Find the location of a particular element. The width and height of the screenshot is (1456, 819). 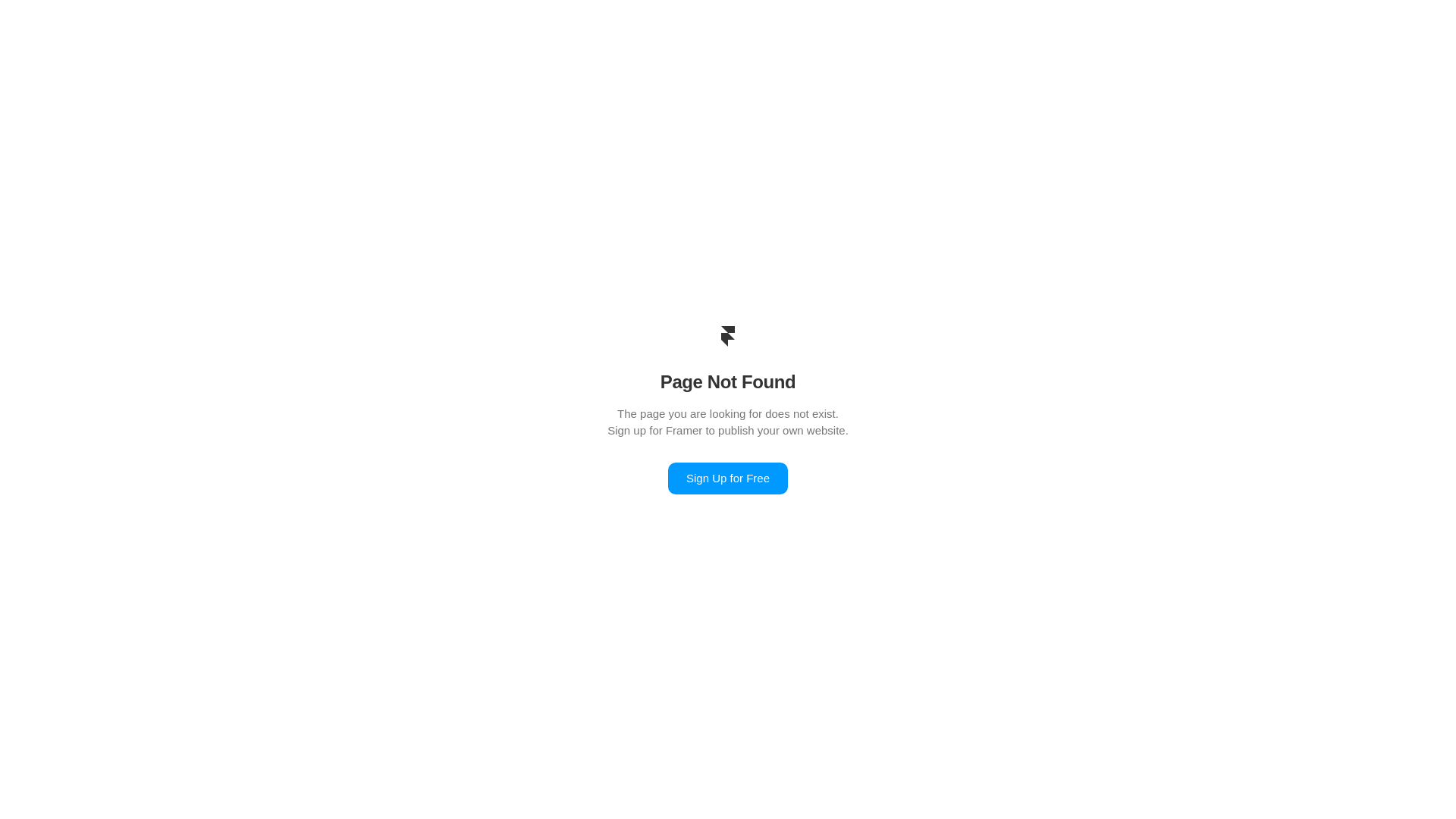

'Sign Up for Free' is located at coordinates (728, 479).